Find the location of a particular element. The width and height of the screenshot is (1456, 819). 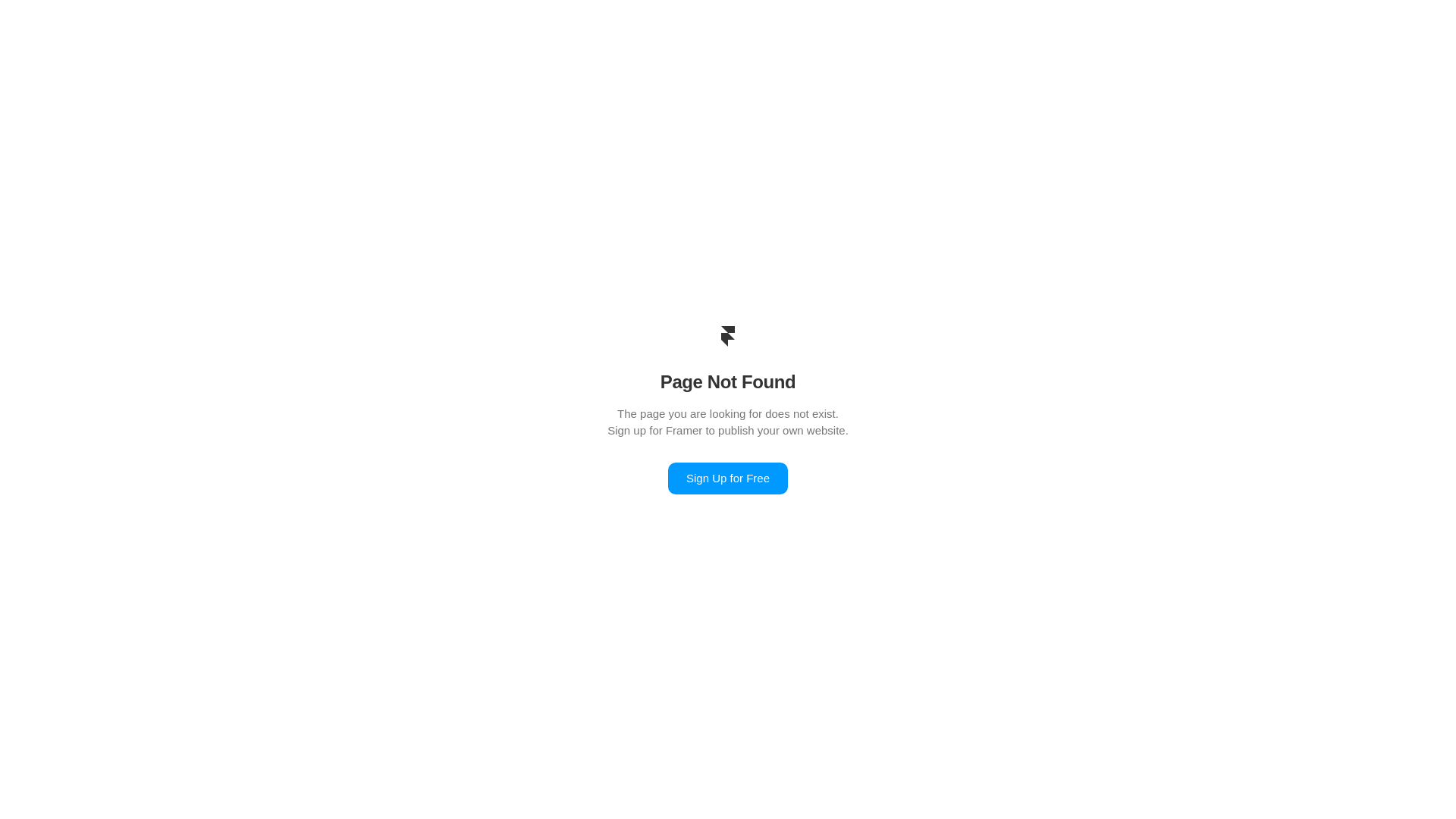

'Sign Up for Free' is located at coordinates (728, 479).